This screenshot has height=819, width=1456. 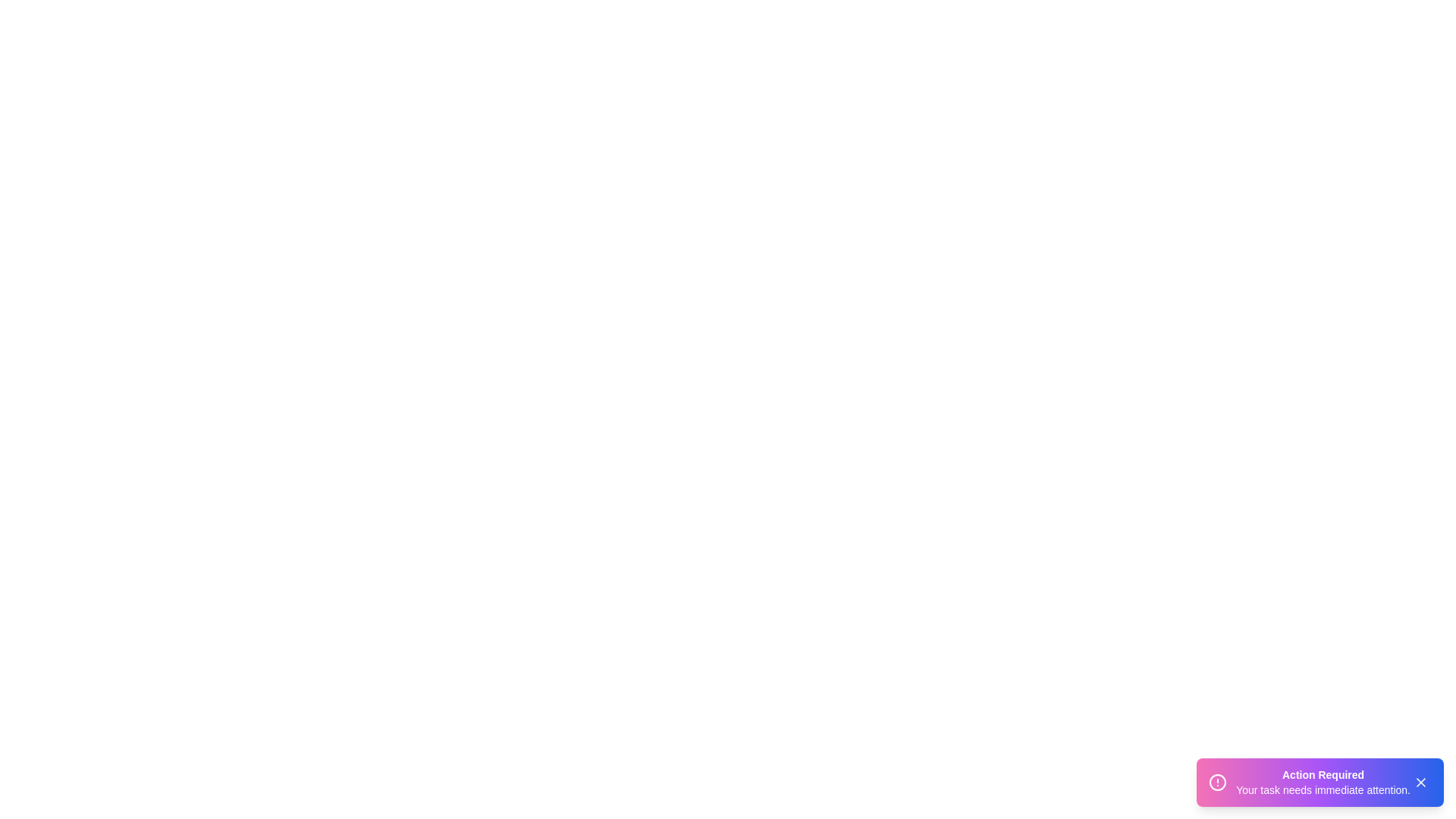 What do you see at coordinates (1323, 775) in the screenshot?
I see `the text 'Action Required' within the snackbar` at bounding box center [1323, 775].